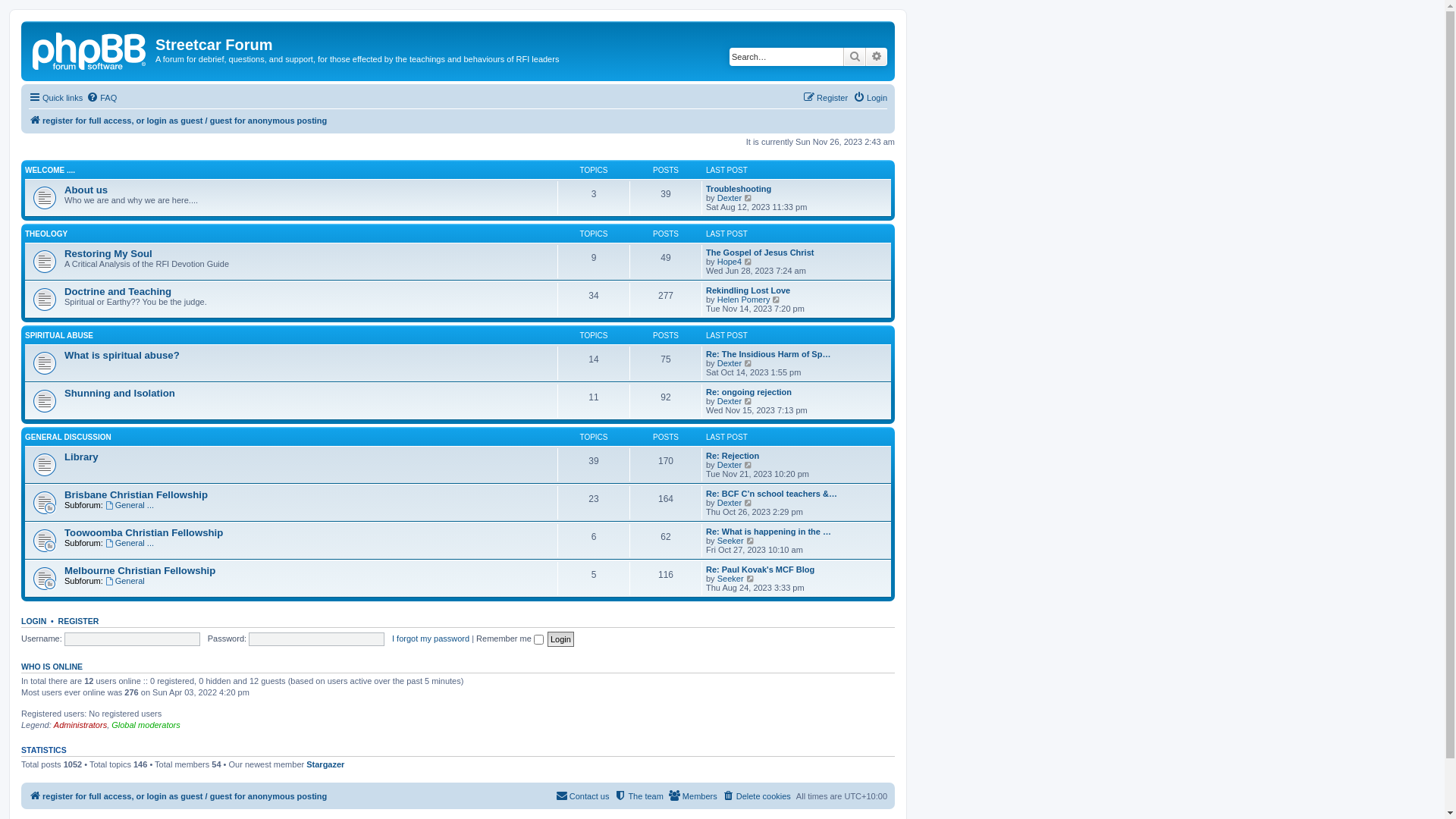 The height and width of the screenshot is (819, 1456). I want to click on 'Brisbane Christian Fellowship', so click(64, 494).